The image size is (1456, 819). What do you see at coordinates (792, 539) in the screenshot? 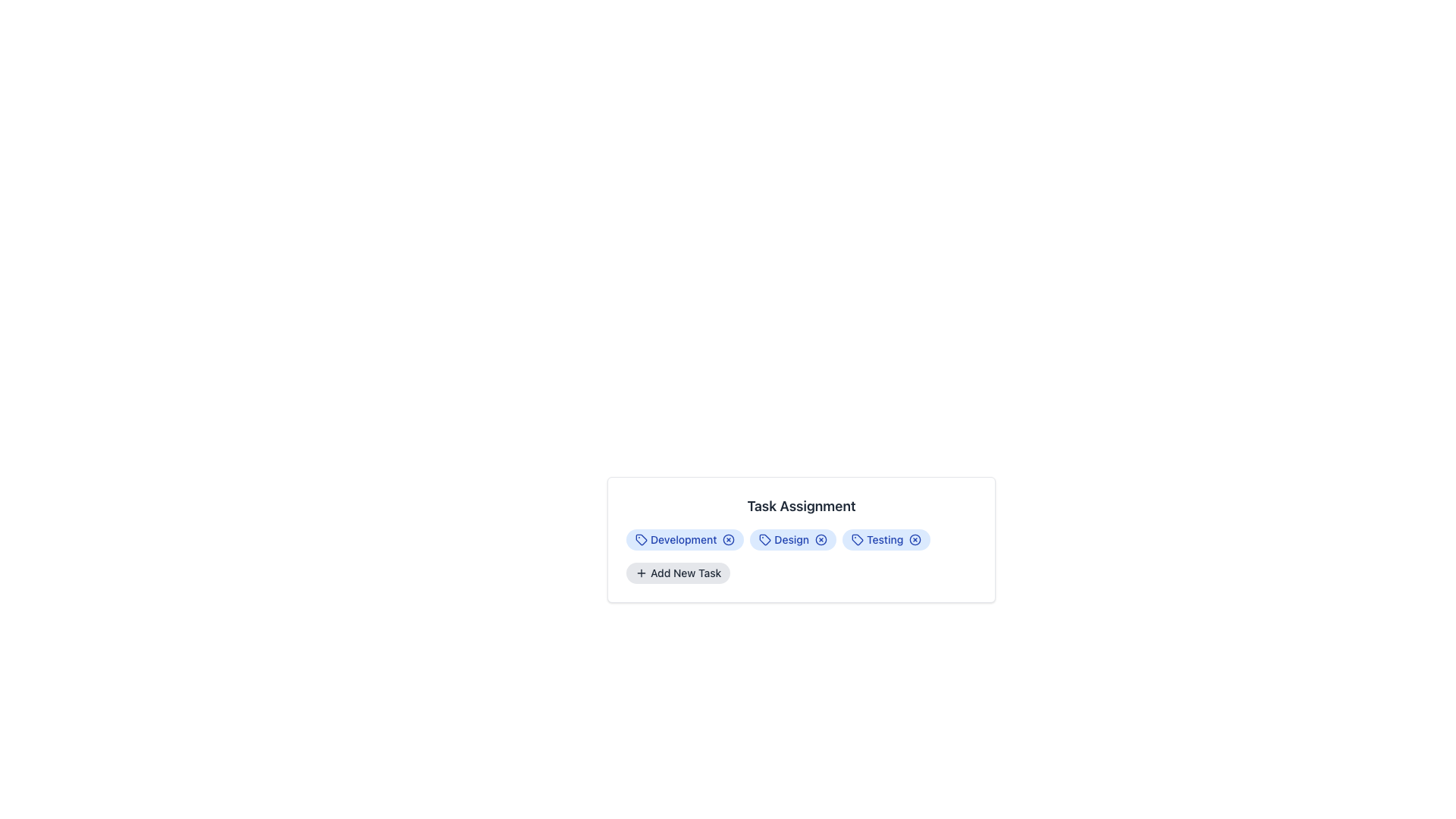
I see `label of the task element labeled 'Design', which is a composite component containing a label and a button, to identify its category` at bounding box center [792, 539].